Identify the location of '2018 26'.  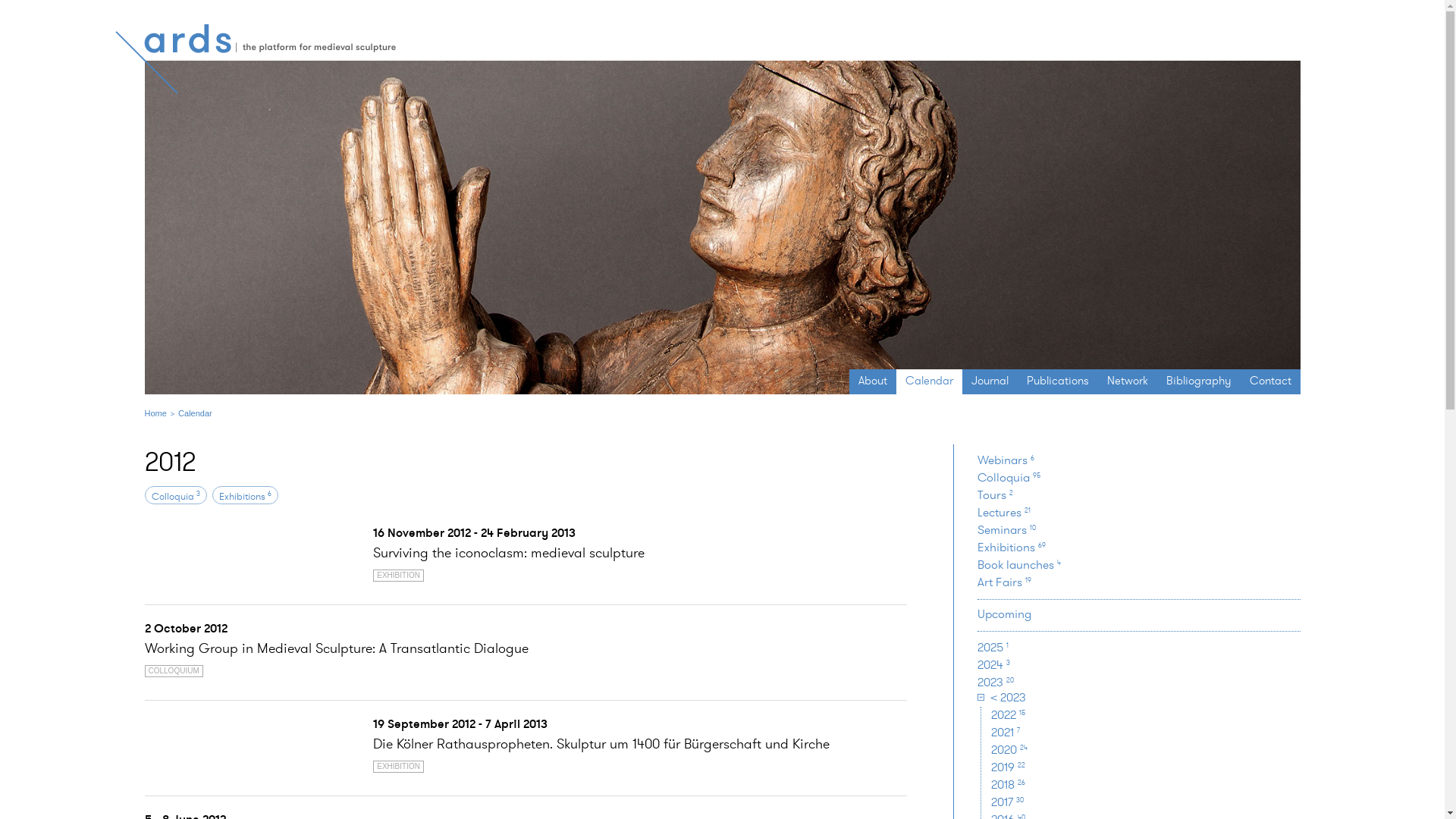
(990, 784).